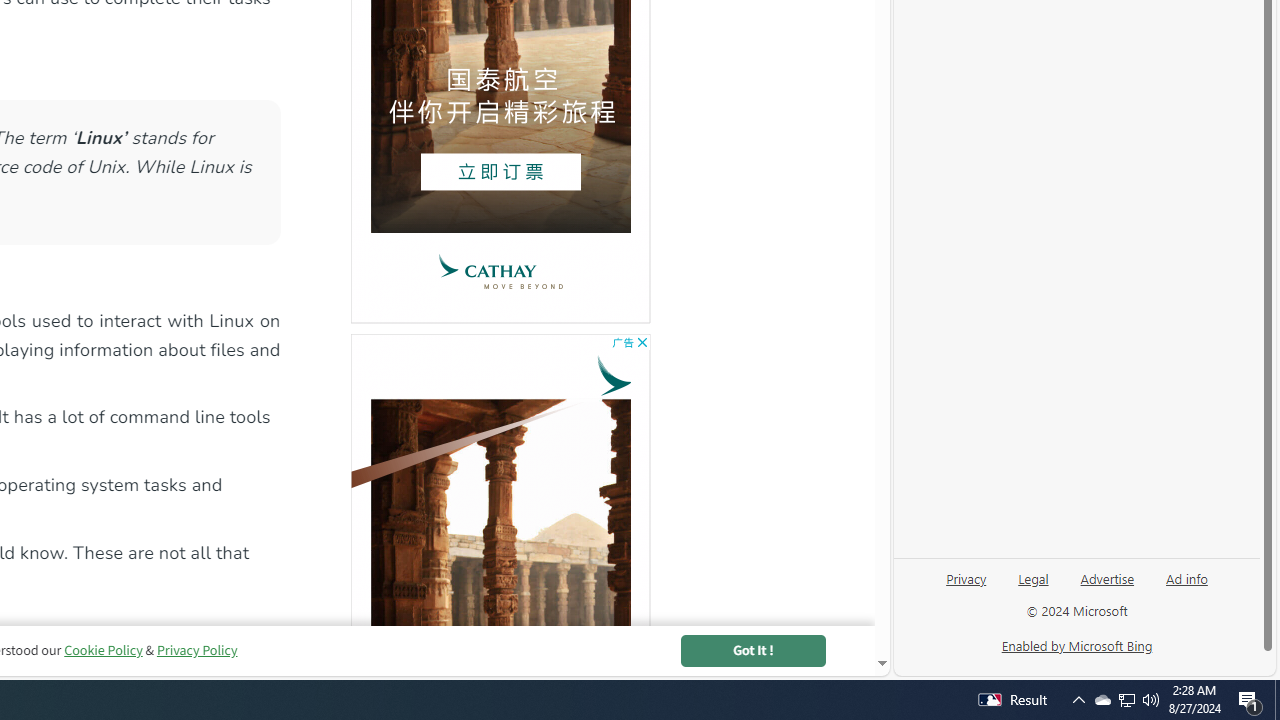 The width and height of the screenshot is (1280, 720). Describe the element at coordinates (641, 341) in the screenshot. I see `'AutomationID: cbb'` at that location.